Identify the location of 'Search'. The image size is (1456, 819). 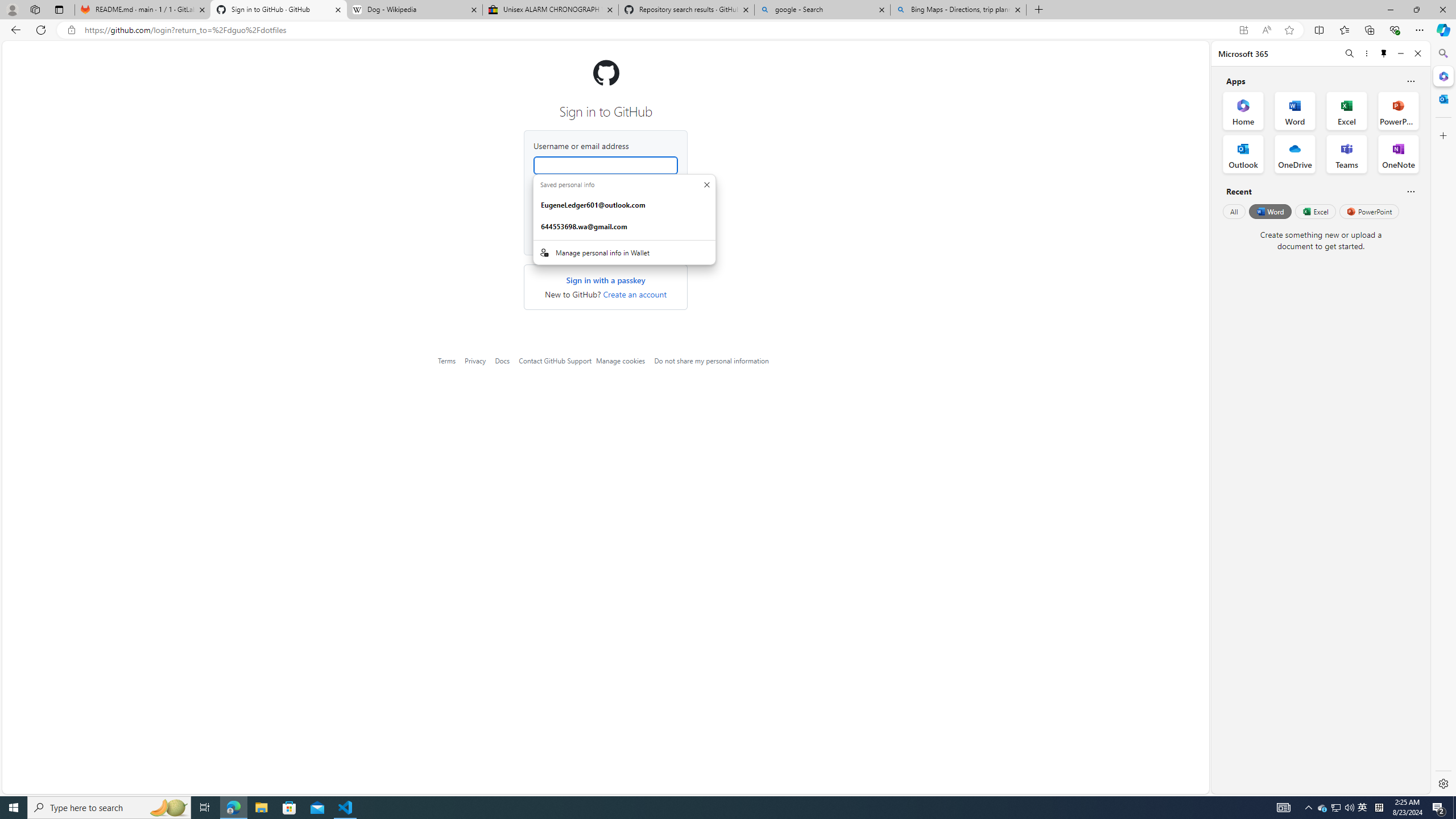
(1442, 53).